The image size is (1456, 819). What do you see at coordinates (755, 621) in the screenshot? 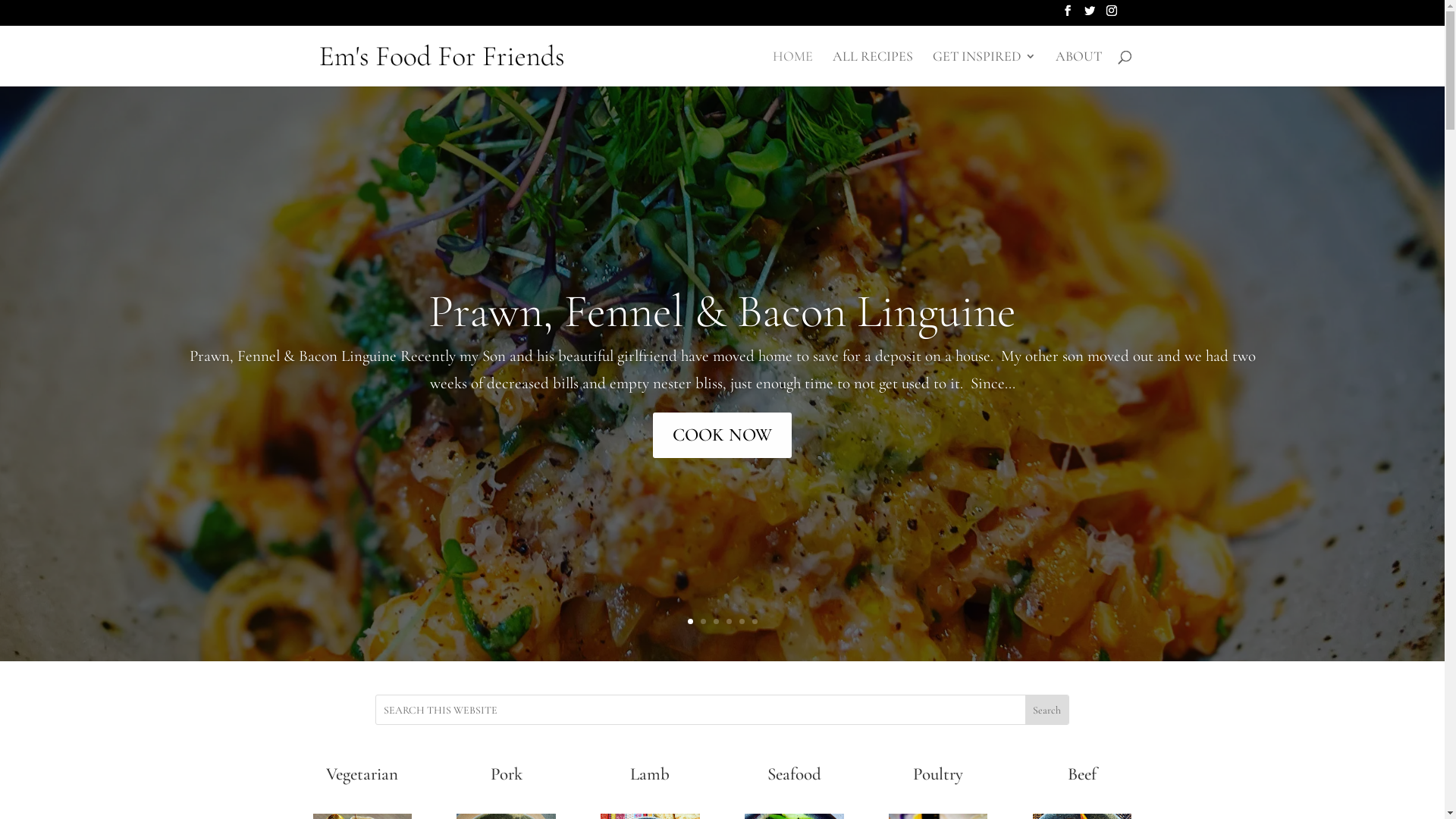
I see `'6'` at bounding box center [755, 621].